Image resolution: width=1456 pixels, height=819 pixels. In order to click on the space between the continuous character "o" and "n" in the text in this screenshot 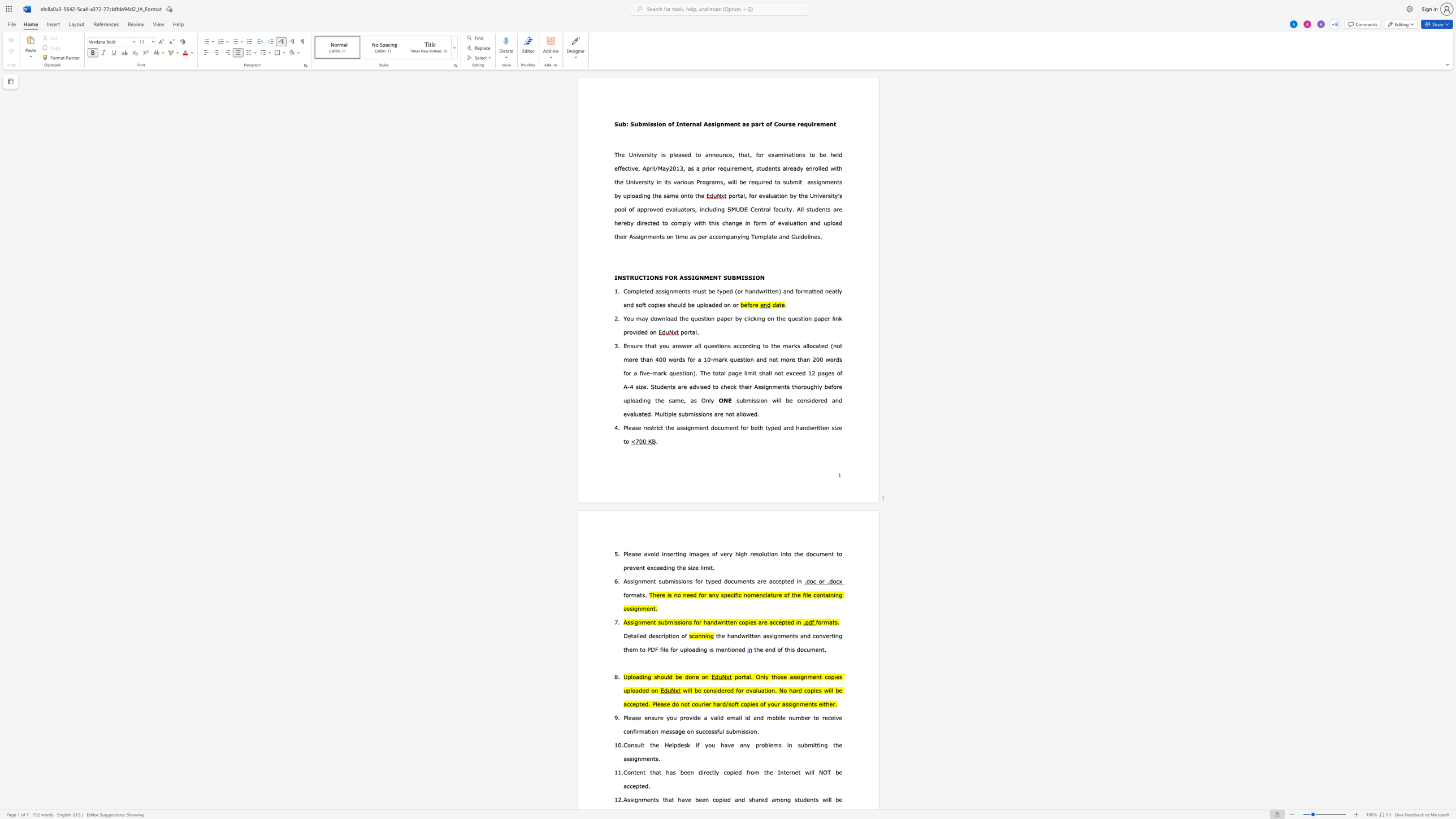, I will do `click(662, 124)`.